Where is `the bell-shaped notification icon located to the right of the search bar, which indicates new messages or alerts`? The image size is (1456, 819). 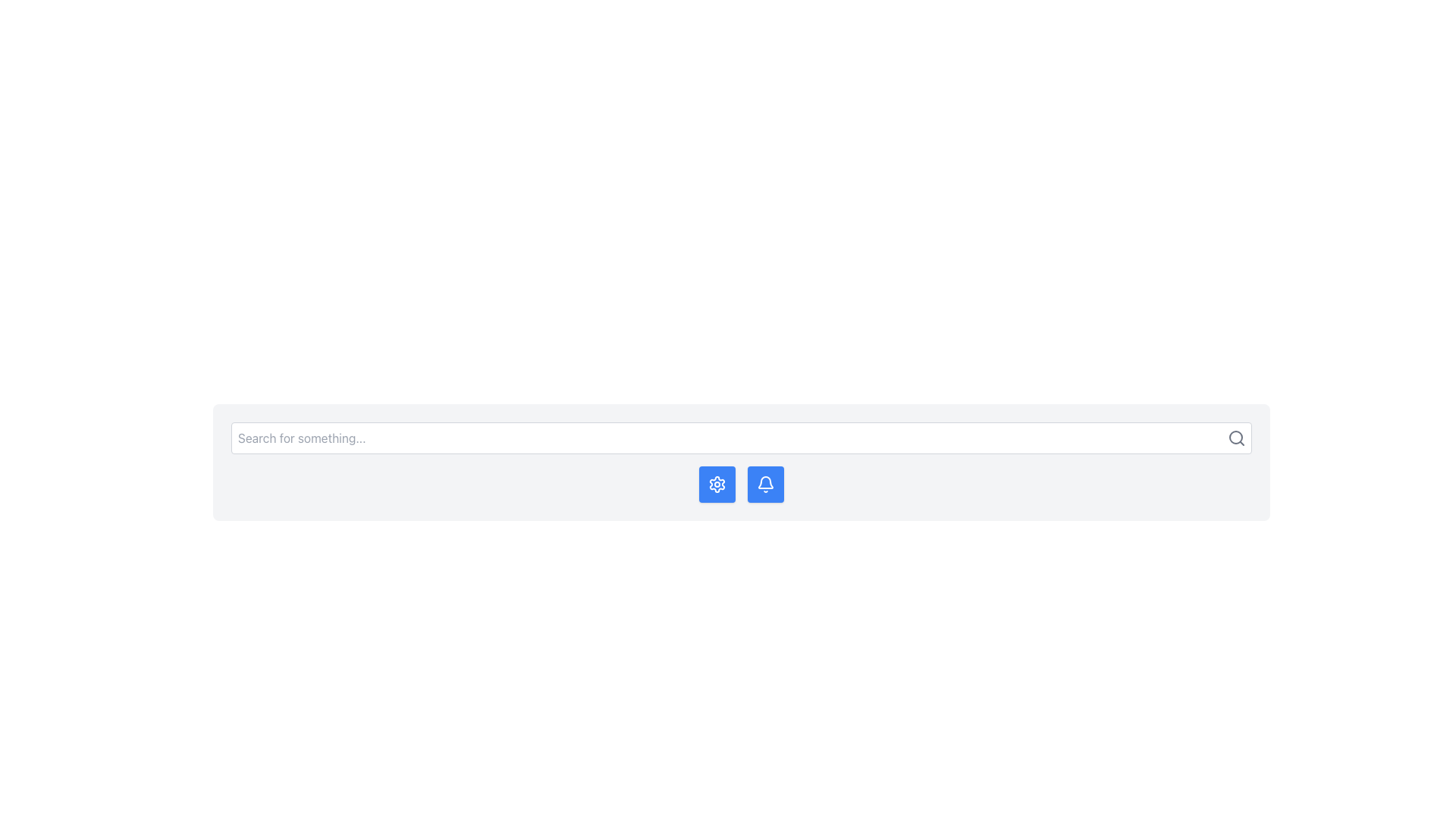 the bell-shaped notification icon located to the right of the search bar, which indicates new messages or alerts is located at coordinates (765, 482).